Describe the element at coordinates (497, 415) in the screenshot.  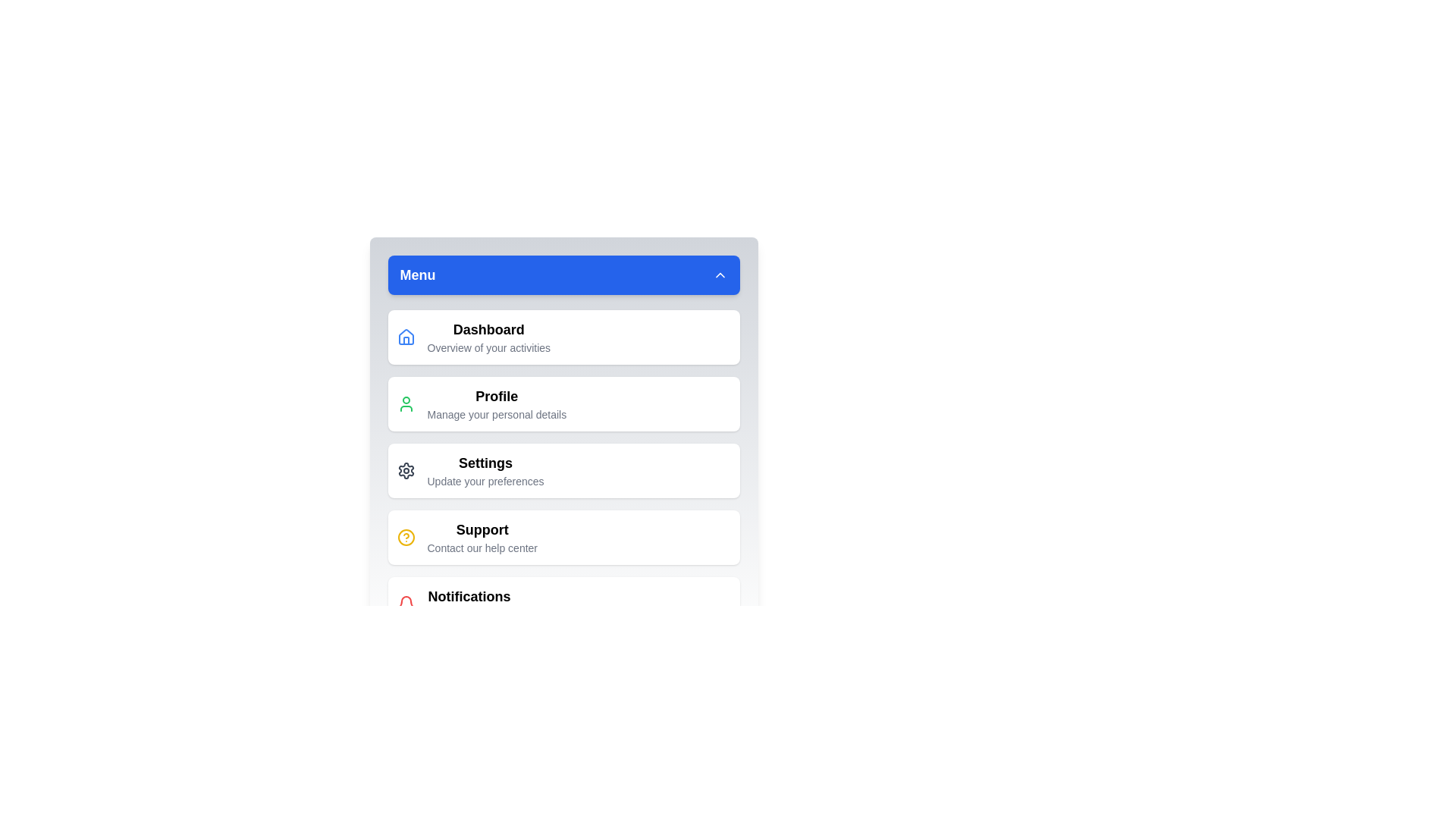
I see `the descriptive label in the 'Profile' section that provides additional information about managing personal details` at that location.